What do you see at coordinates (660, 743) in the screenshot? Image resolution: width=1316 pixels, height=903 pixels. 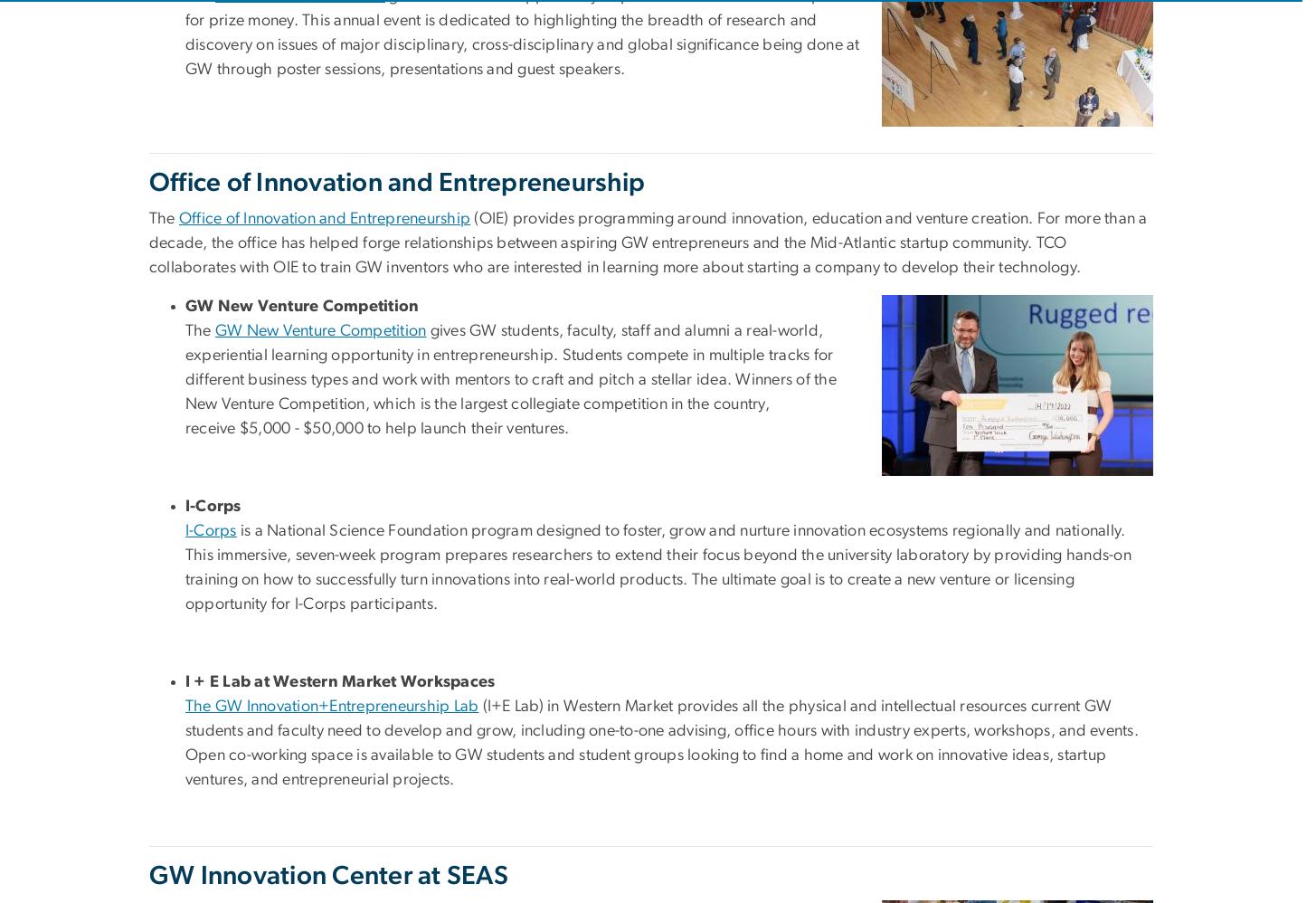 I see `'(I+E Lab) in Western Market provides all the physical and intellectual resources current GW students and faculty need to develop and grow, including one-to-one advising, office hours with industry experts, workshops, and events. Open co-working space is available to GW students and student groups looking to find a home and work on innovative ideas, startup ventures, and entrepreneurial projects.'` at bounding box center [660, 743].